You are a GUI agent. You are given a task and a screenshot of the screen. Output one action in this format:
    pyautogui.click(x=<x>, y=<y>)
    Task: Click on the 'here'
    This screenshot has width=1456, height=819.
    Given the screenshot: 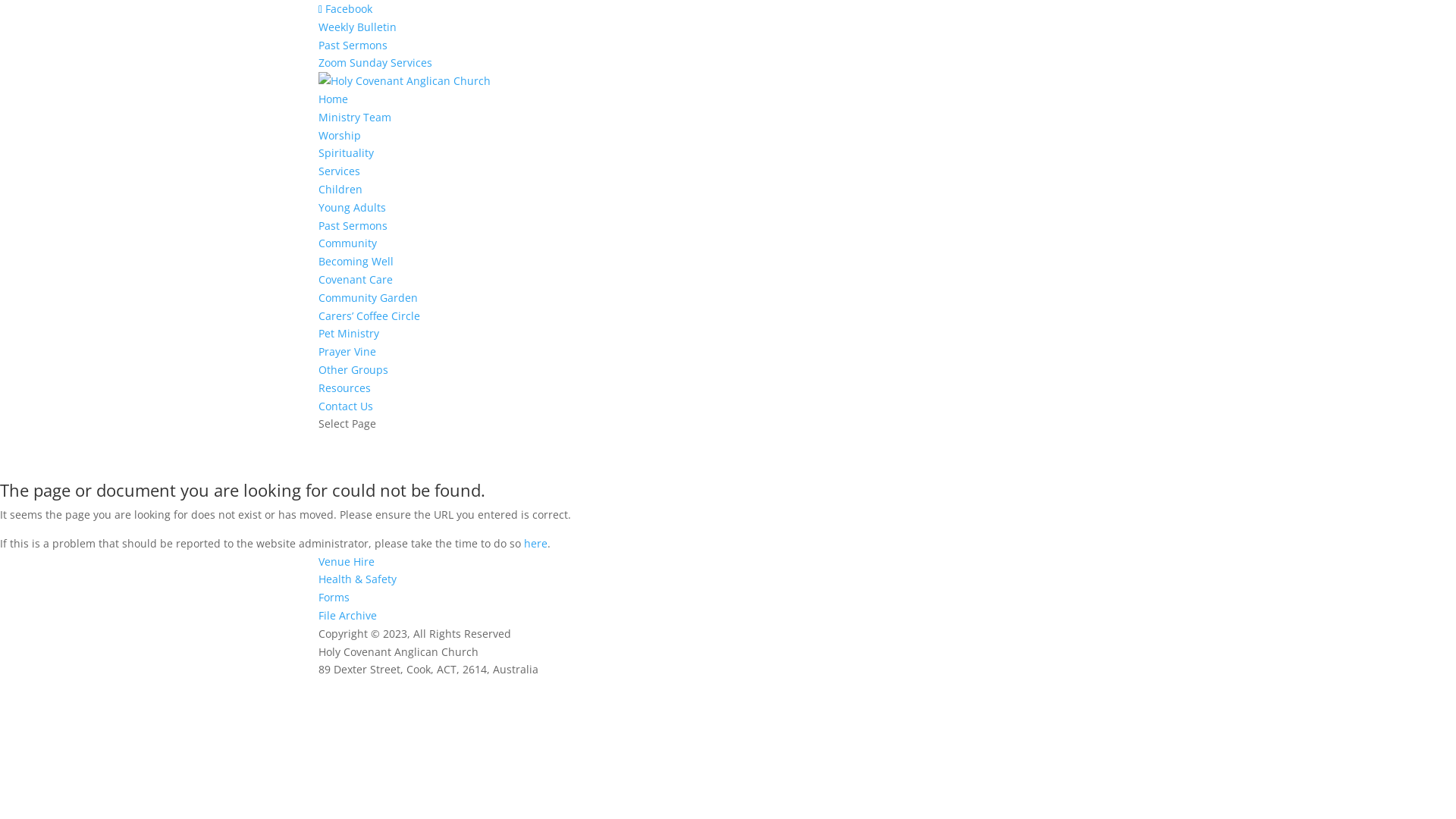 What is the action you would take?
    pyautogui.click(x=535, y=542)
    